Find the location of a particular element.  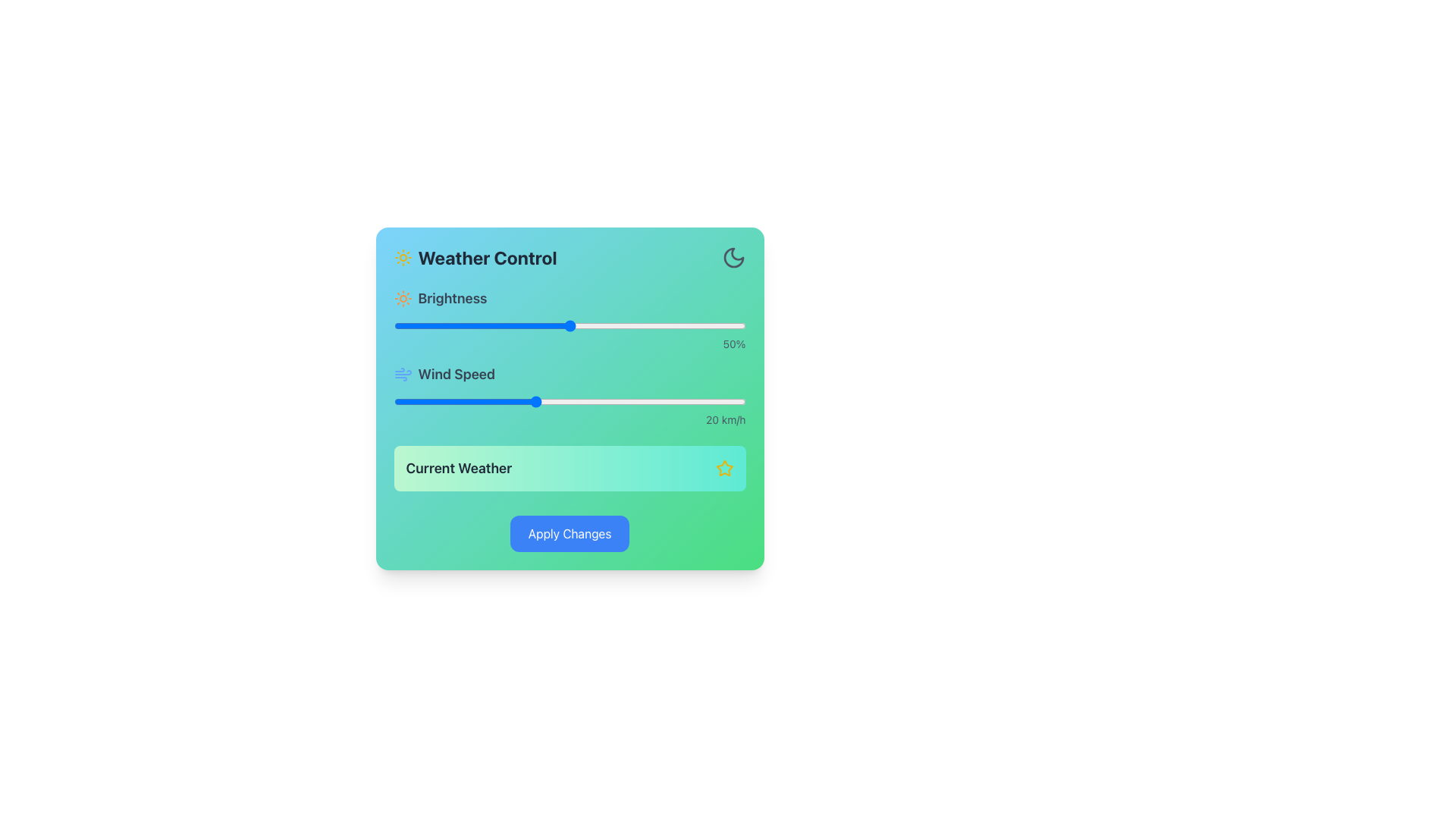

brightness is located at coordinates (477, 325).